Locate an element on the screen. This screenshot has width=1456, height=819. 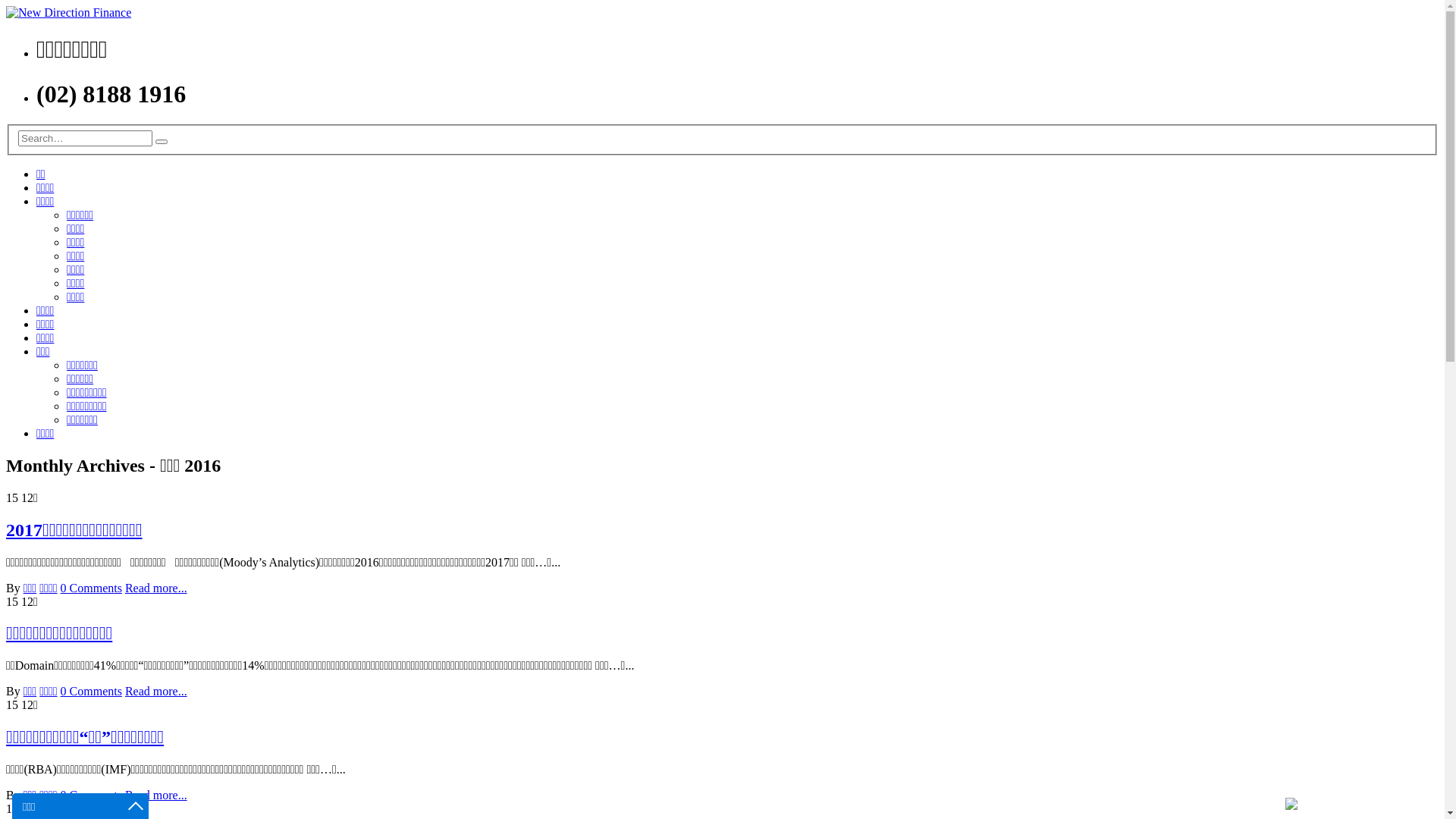
'0 Comments' is located at coordinates (90, 587).